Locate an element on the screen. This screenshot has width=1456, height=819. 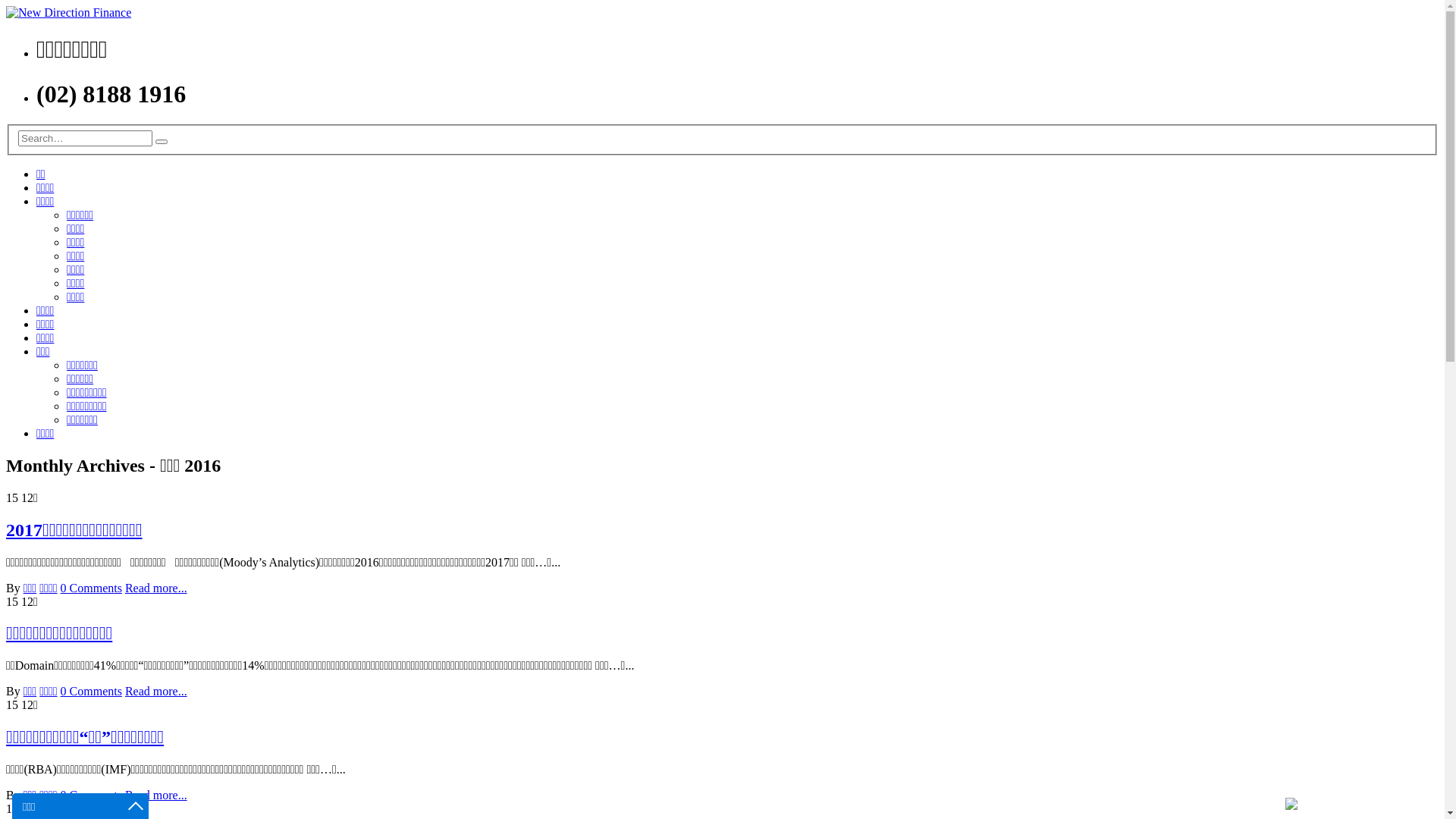
'0 Comments' is located at coordinates (90, 587).